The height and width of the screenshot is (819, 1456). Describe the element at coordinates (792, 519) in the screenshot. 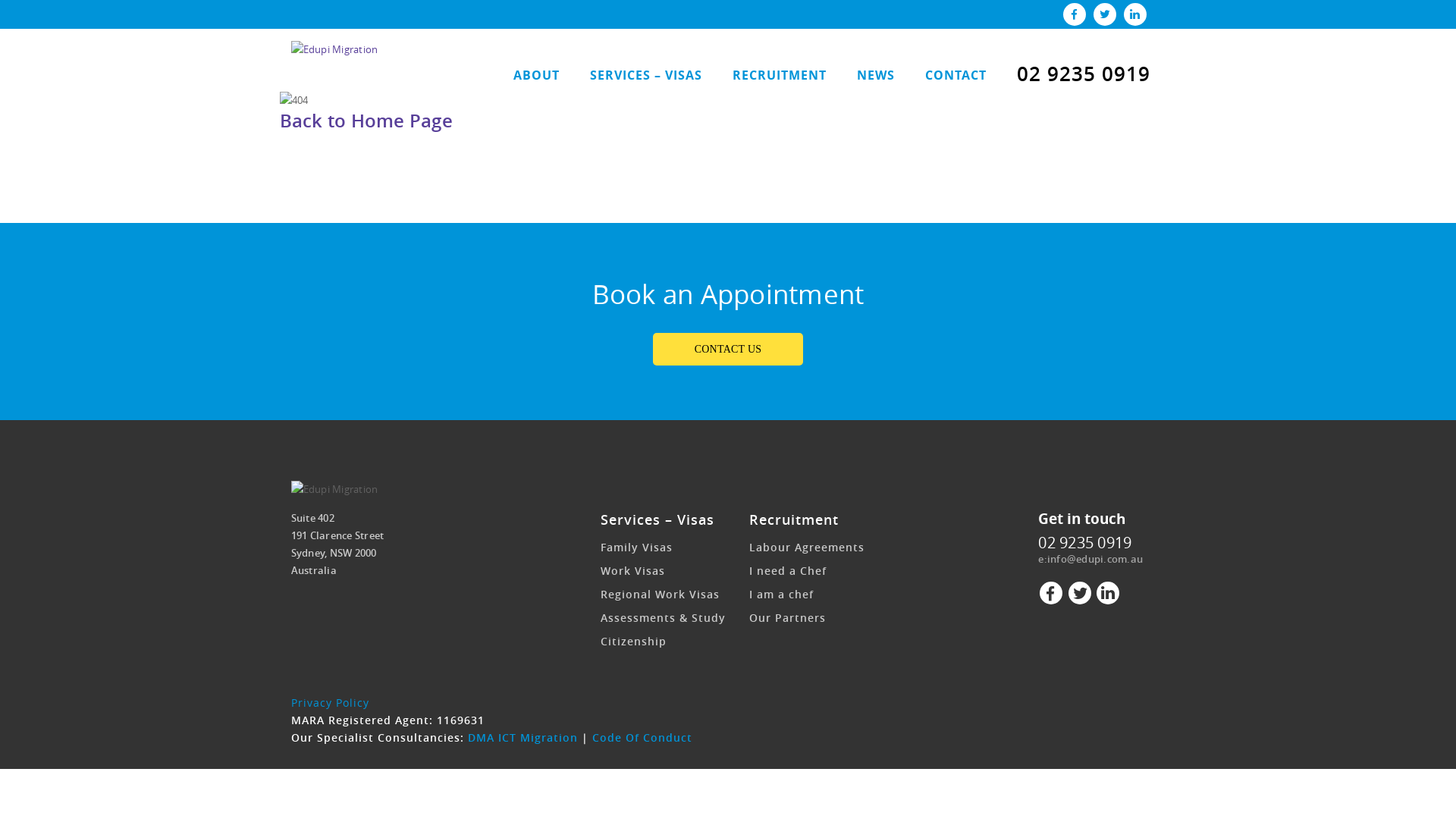

I see `'Recruitment'` at that location.